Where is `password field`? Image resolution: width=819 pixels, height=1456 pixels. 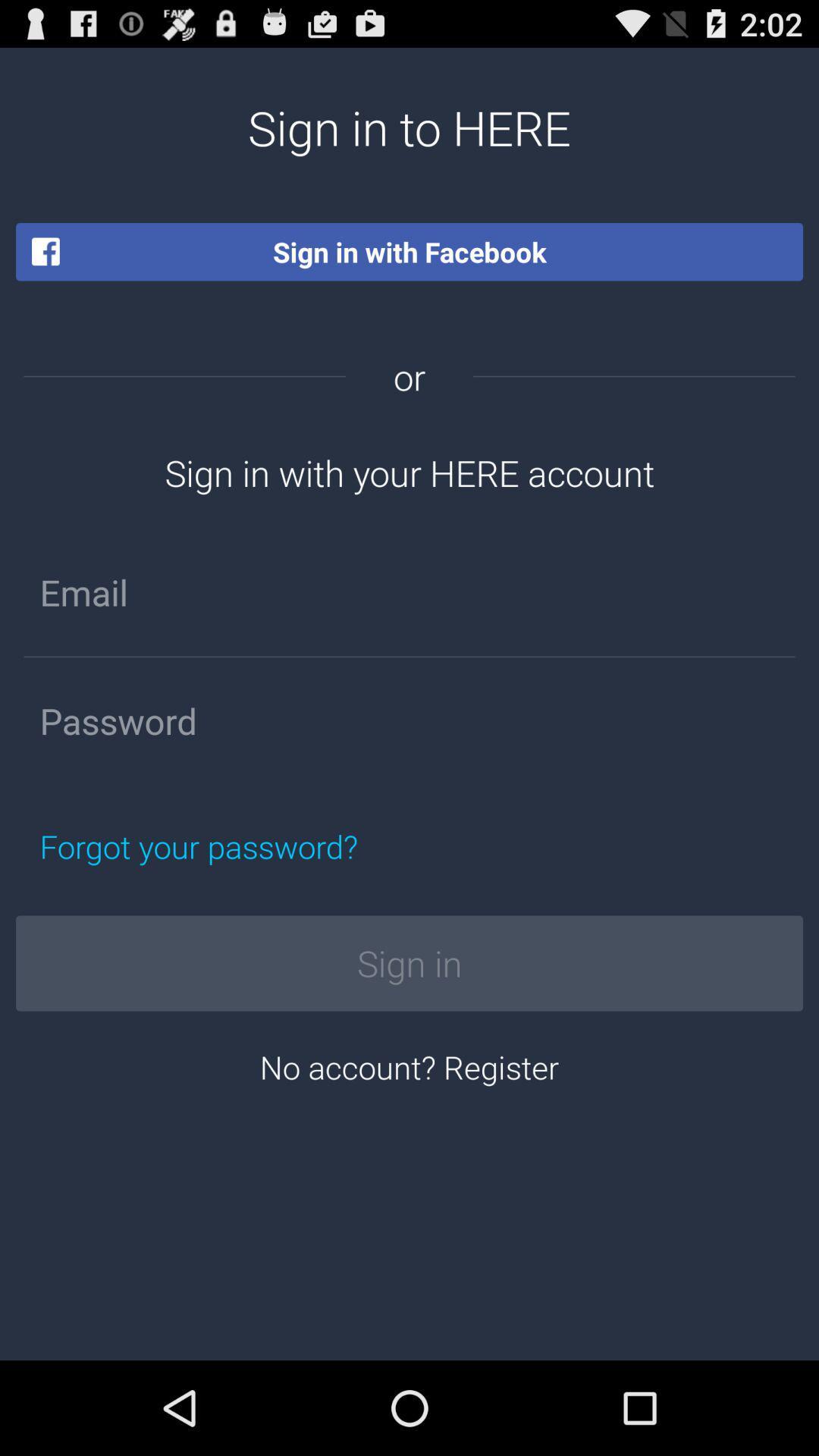 password field is located at coordinates (409, 720).